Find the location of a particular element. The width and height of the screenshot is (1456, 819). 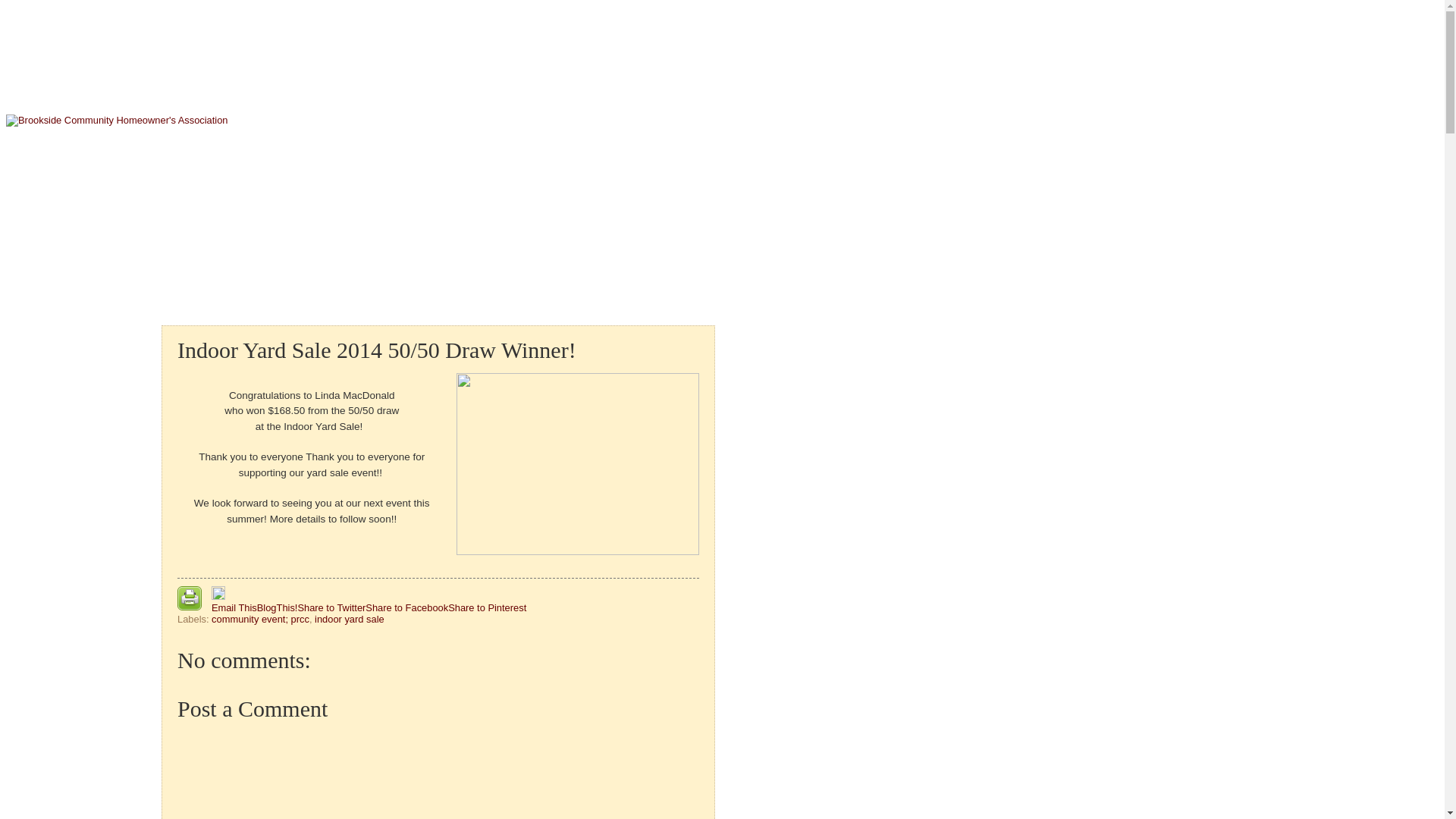

'community event; prcc' is located at coordinates (210, 619).